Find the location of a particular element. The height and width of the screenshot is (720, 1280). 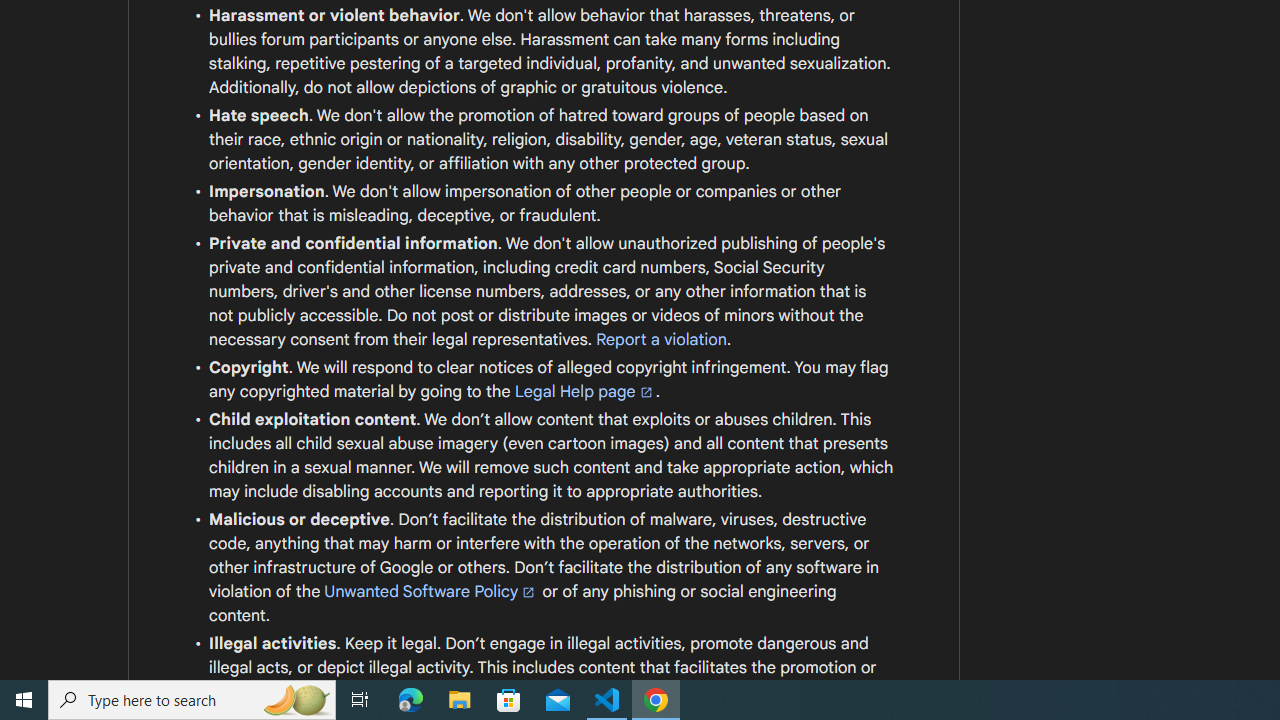

'Unwanted Software Policy' is located at coordinates (430, 590).